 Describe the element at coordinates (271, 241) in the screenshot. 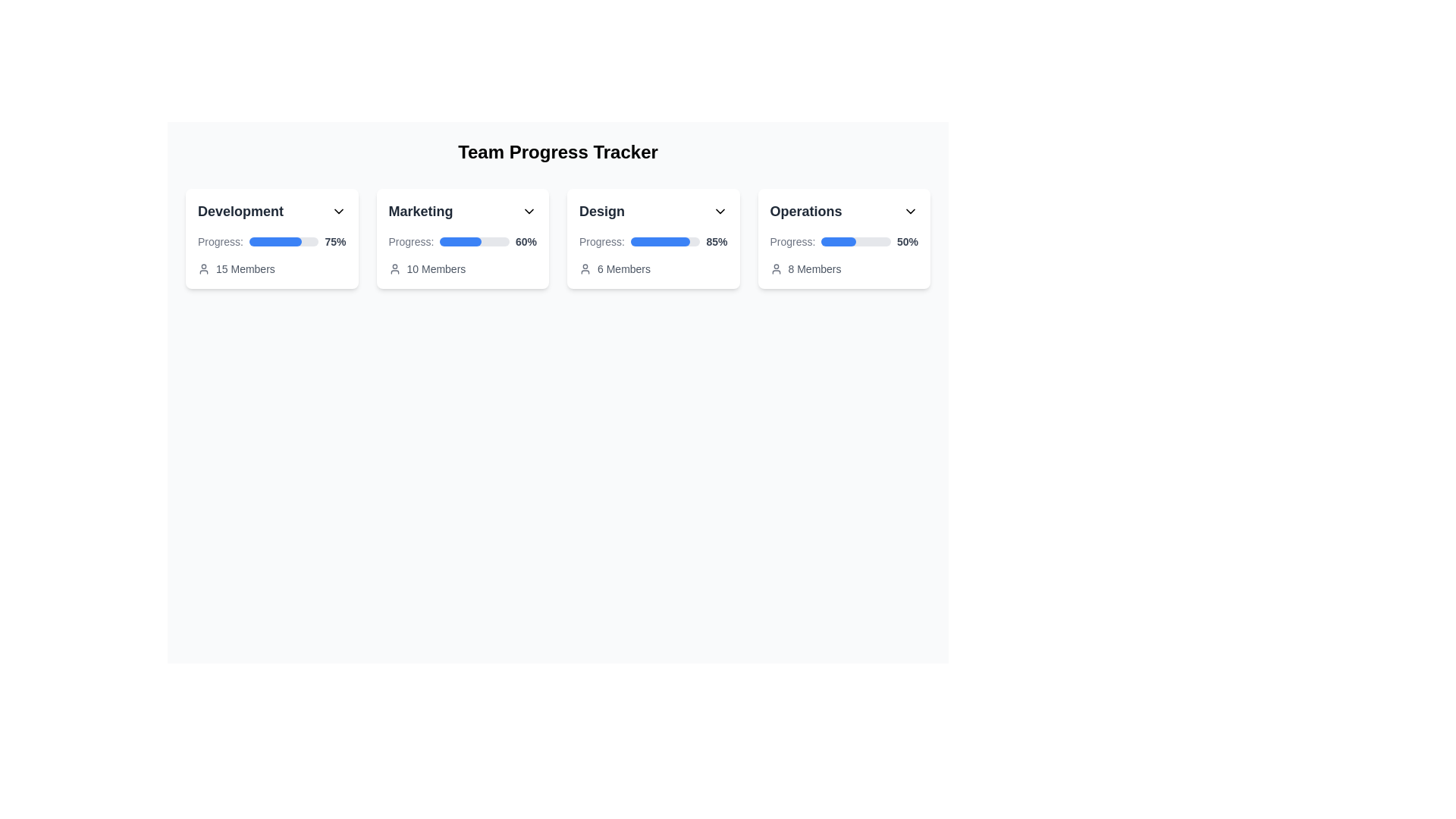

I see `surrounding text to understand the context of the progress indicator indicating 75% completion for the Development team, located within the first card of the Team Progress Tracker layout` at that location.